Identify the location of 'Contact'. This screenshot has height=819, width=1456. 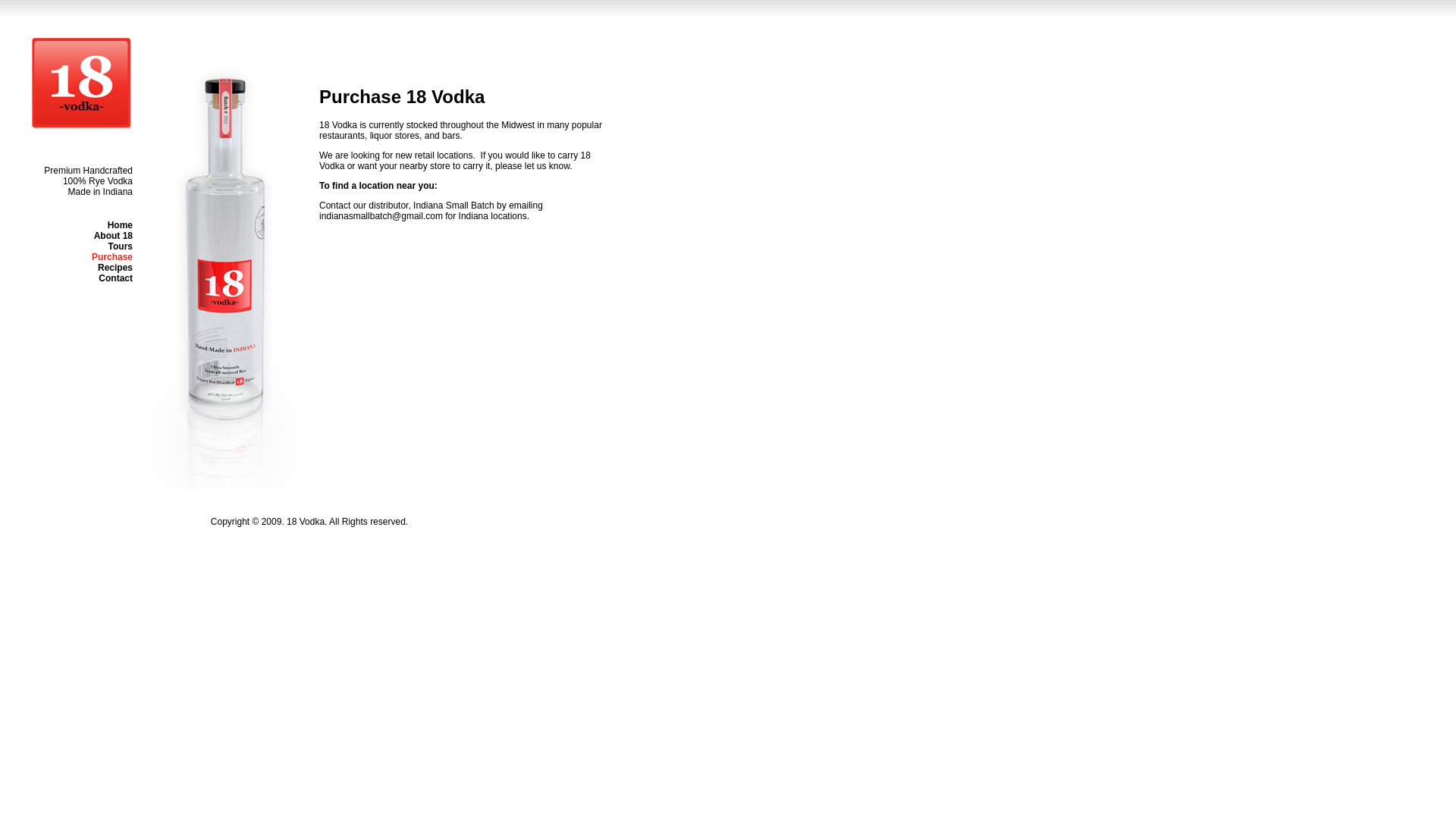
(115, 278).